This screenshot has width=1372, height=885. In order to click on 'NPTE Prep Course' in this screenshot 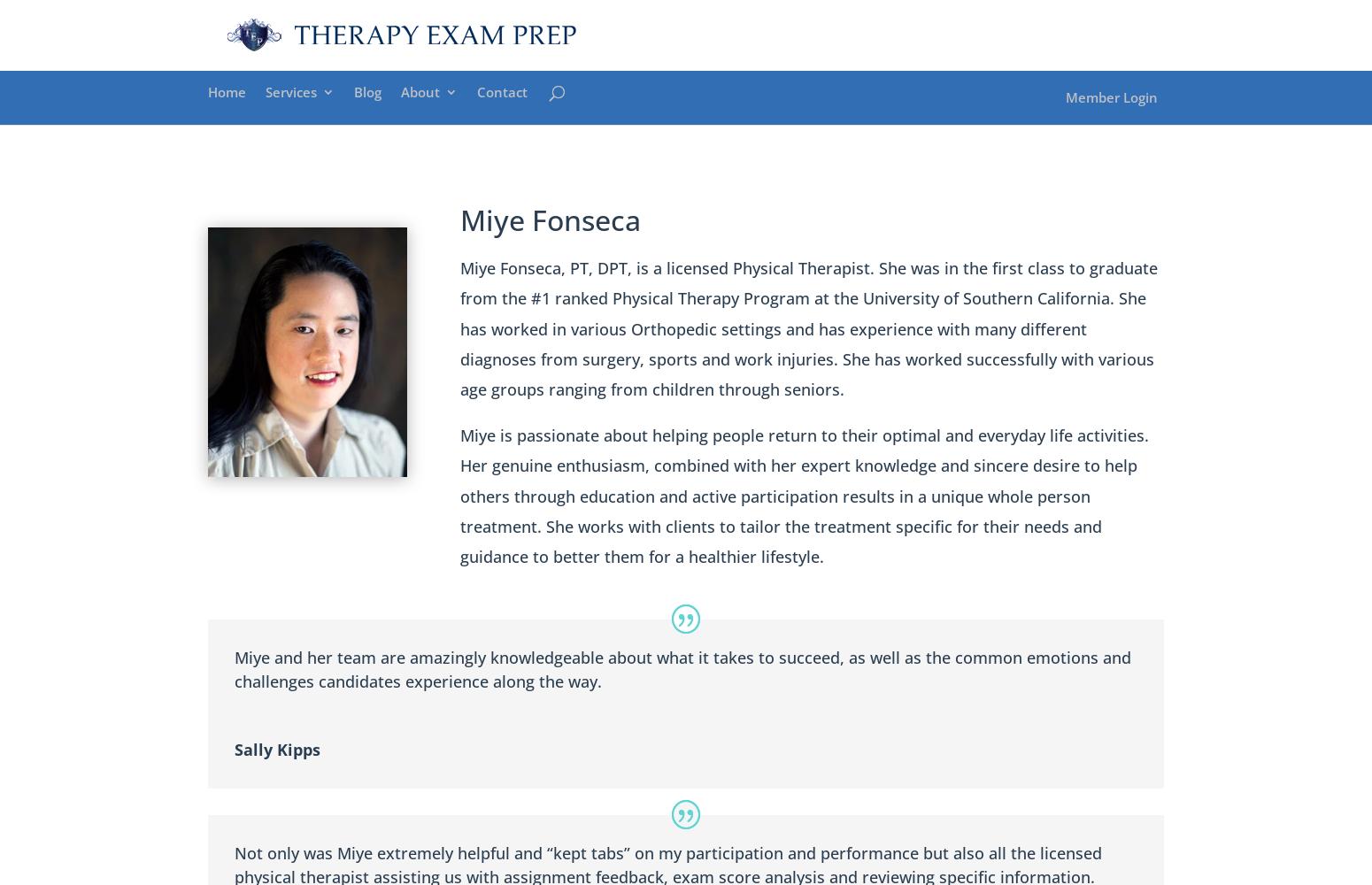, I will do `click(358, 162)`.